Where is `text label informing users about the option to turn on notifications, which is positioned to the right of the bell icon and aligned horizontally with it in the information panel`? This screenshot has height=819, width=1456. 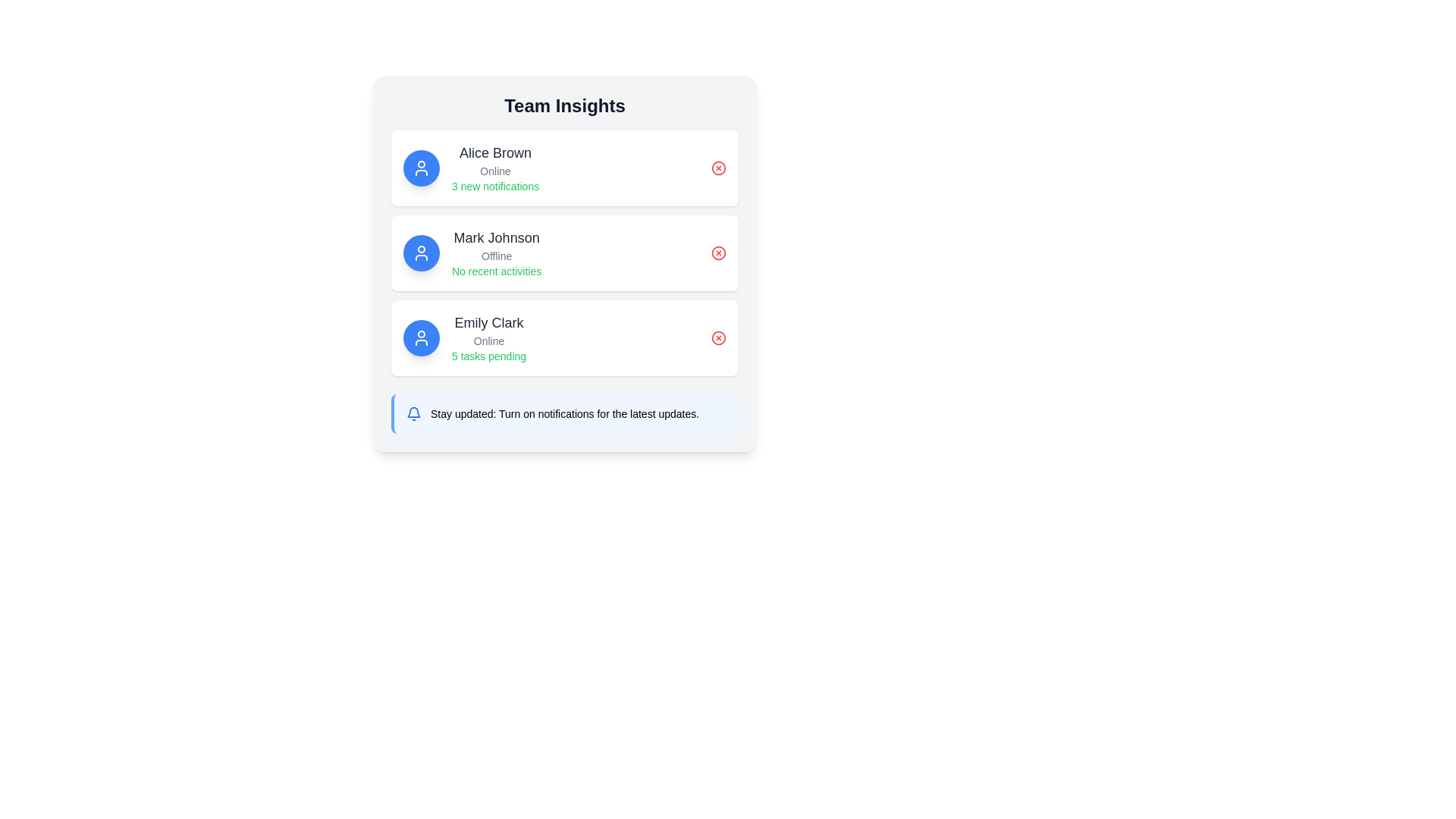
text label informing users about the option to turn on notifications, which is positioned to the right of the bell icon and aligned horizontally with it in the information panel is located at coordinates (564, 414).